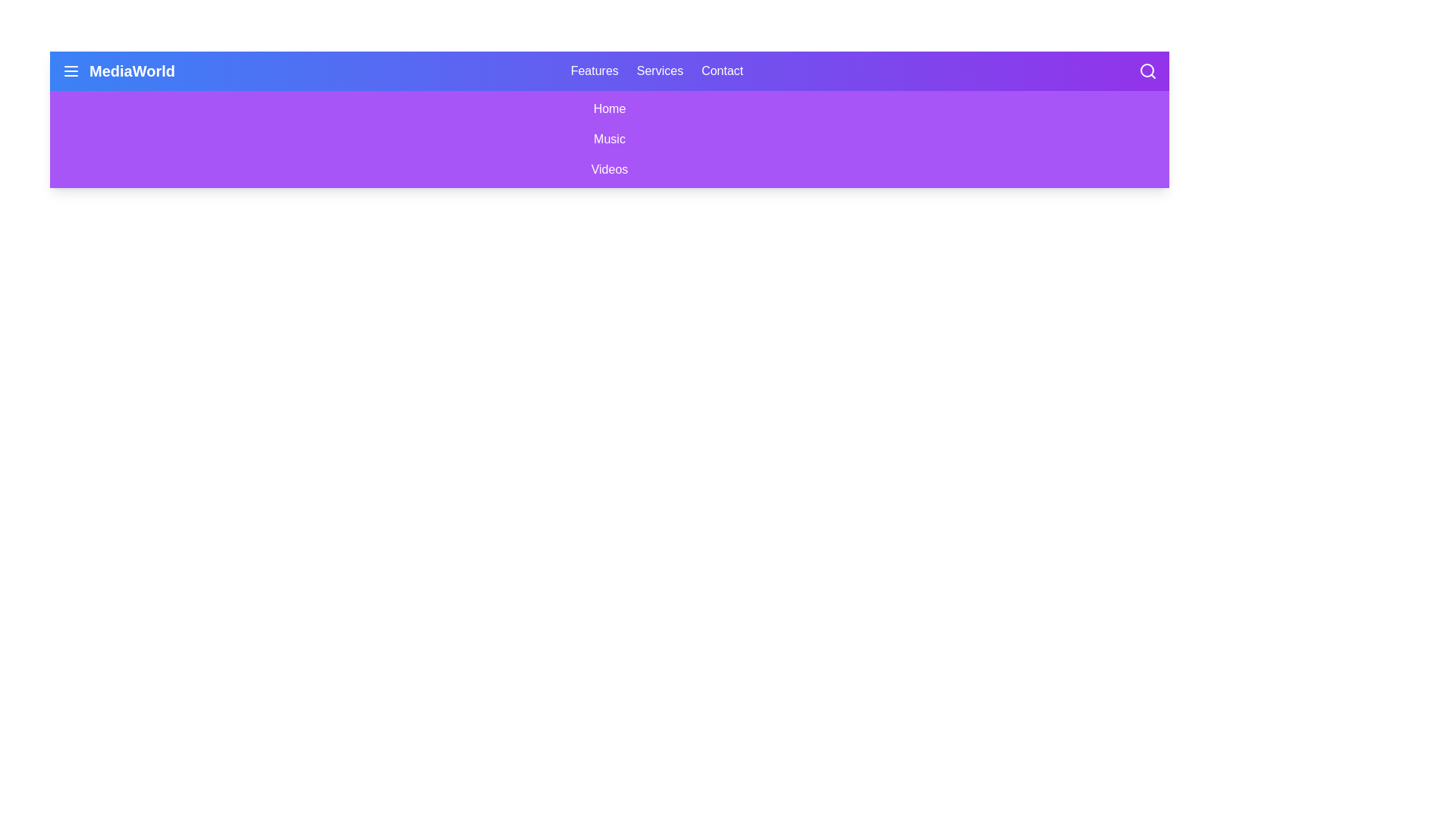  Describe the element at coordinates (594, 71) in the screenshot. I see `the 'Features' text link in the navigation bar` at that location.